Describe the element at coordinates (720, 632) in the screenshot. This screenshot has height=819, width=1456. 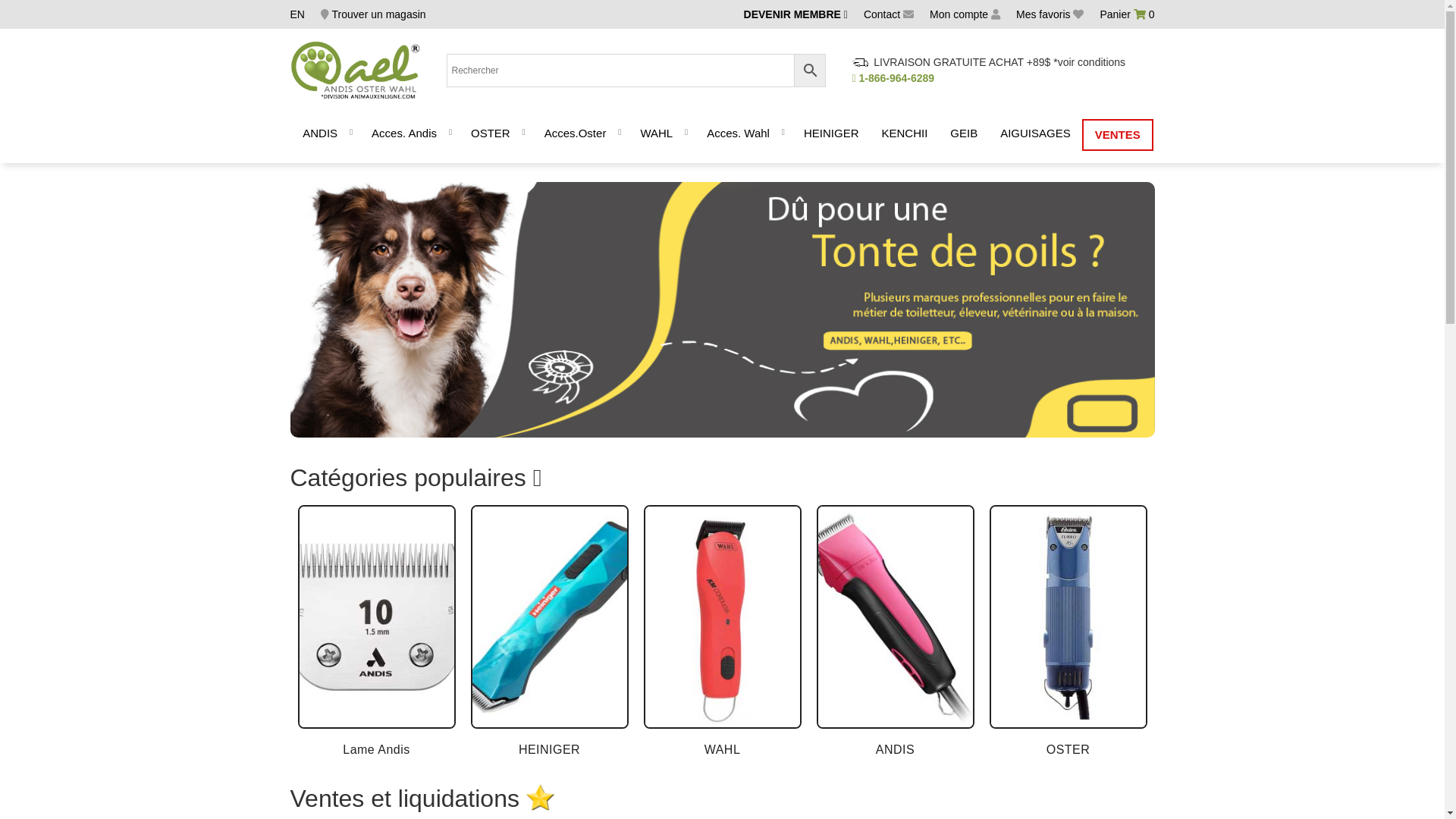
I see `'WAHL'` at that location.